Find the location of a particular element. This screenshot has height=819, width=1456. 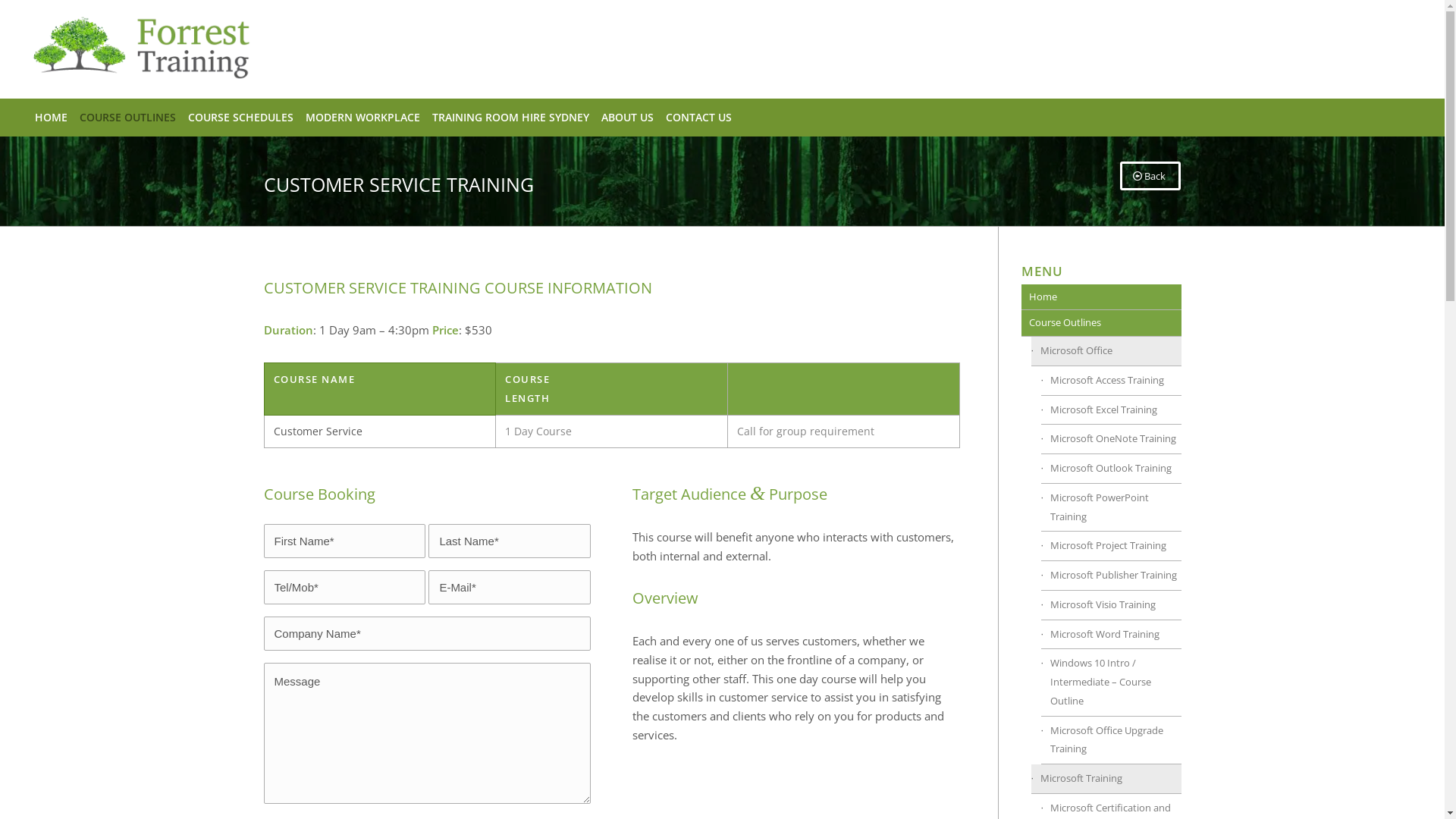

'Microsoft Training' is located at coordinates (1106, 779).